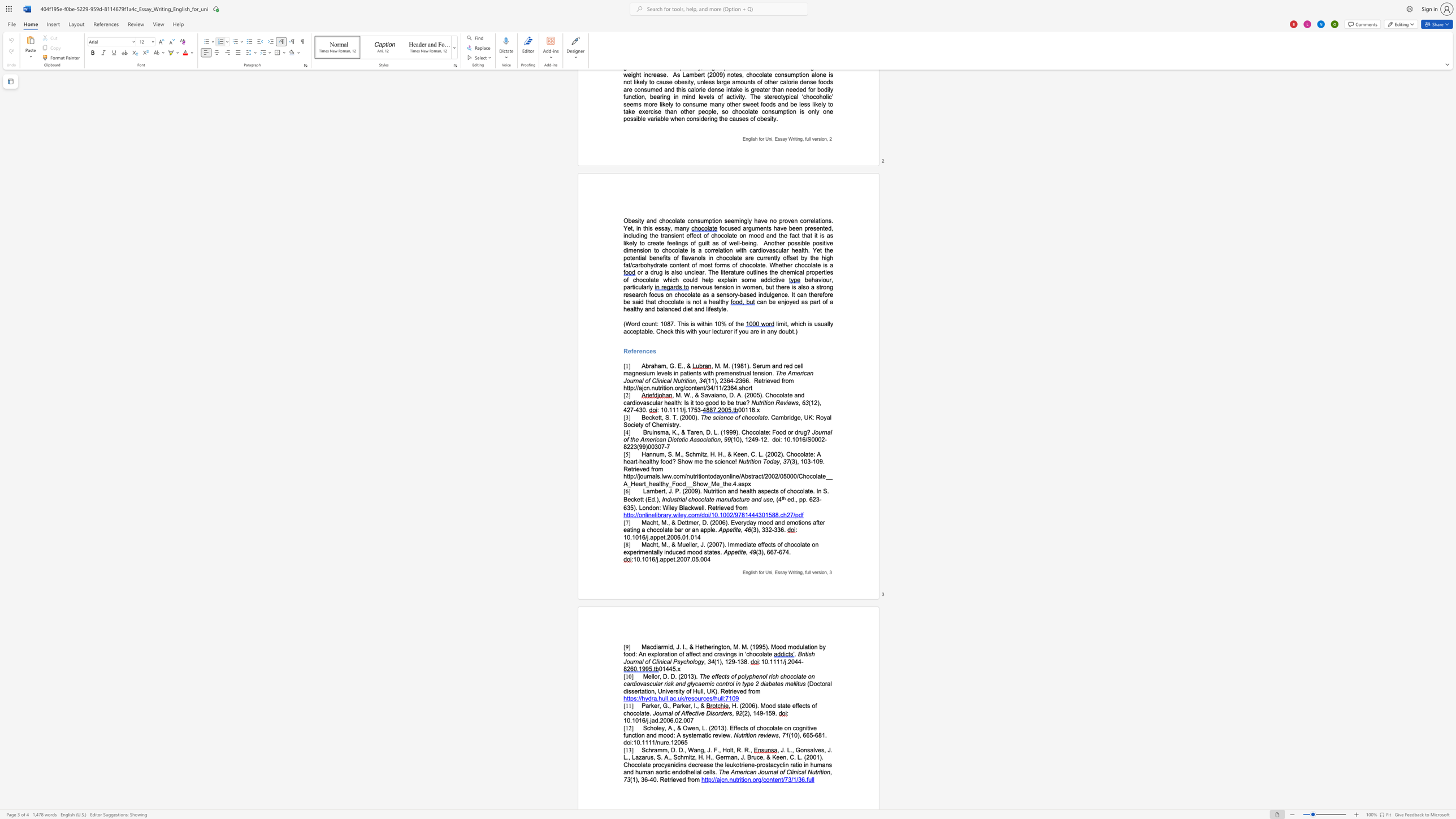 The width and height of the screenshot is (1456, 819). Describe the element at coordinates (734, 439) in the screenshot. I see `the 1th character "1" in the text` at that location.